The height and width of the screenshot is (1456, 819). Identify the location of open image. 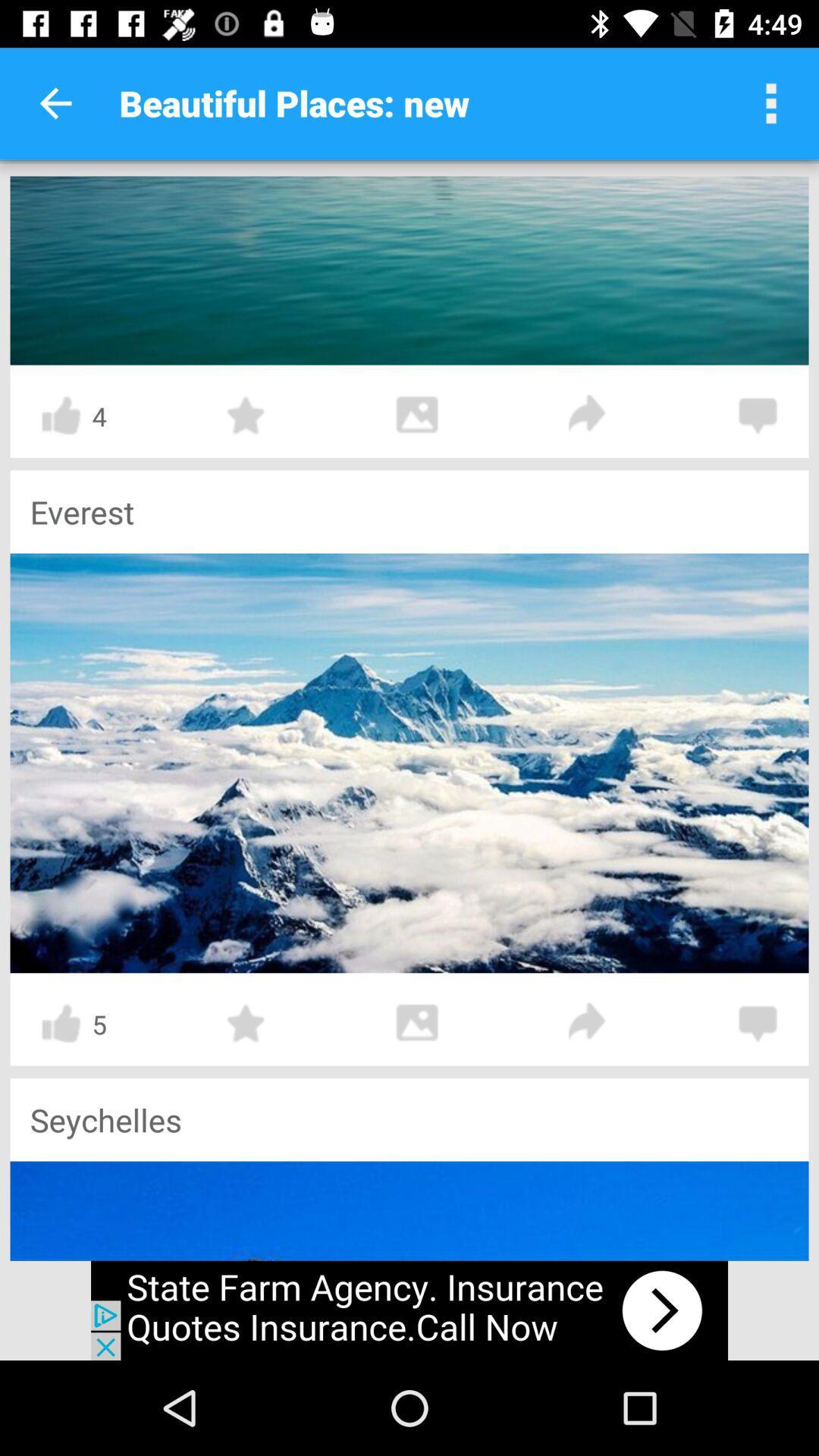
(417, 1023).